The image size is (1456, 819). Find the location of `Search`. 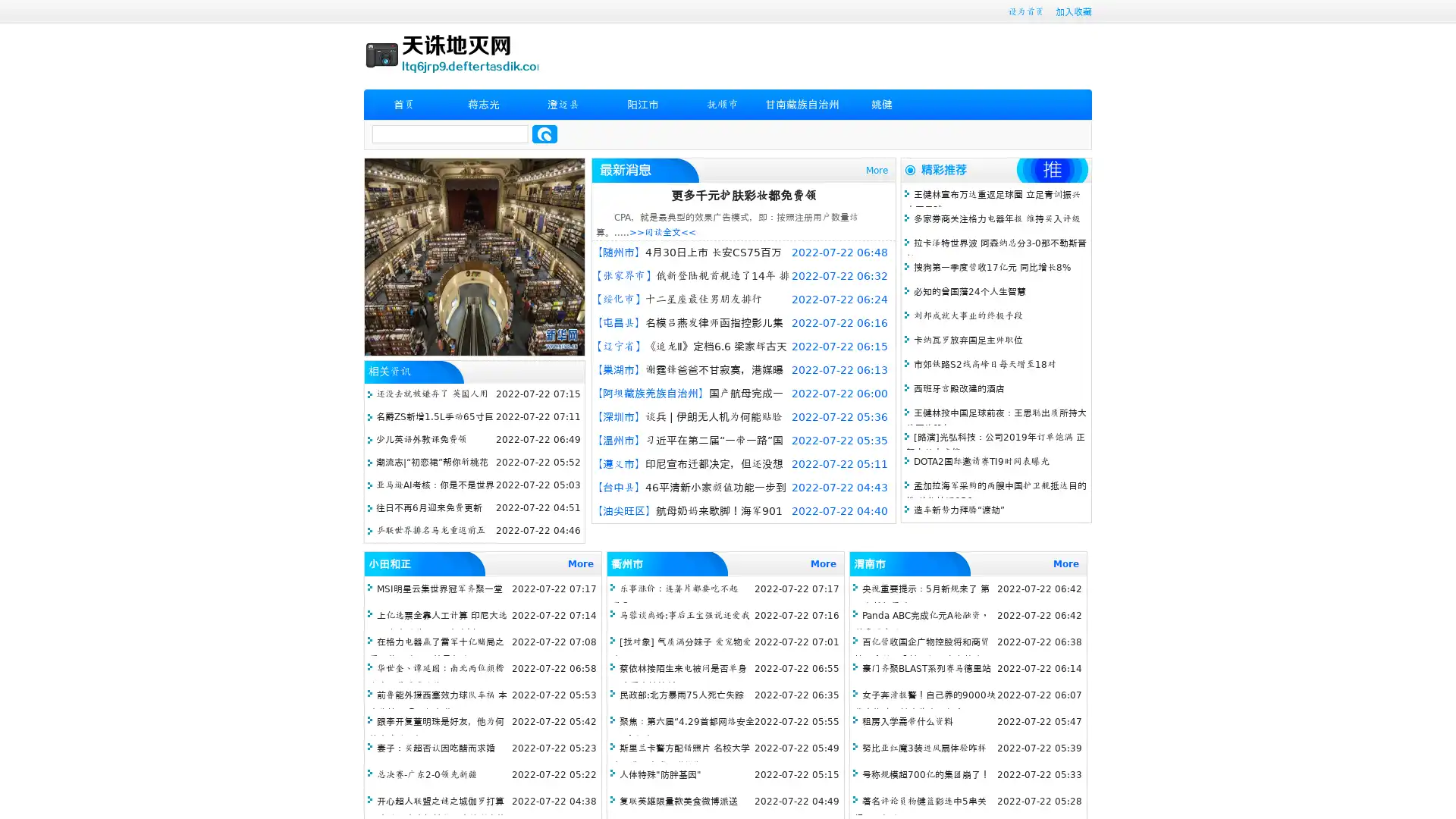

Search is located at coordinates (544, 133).